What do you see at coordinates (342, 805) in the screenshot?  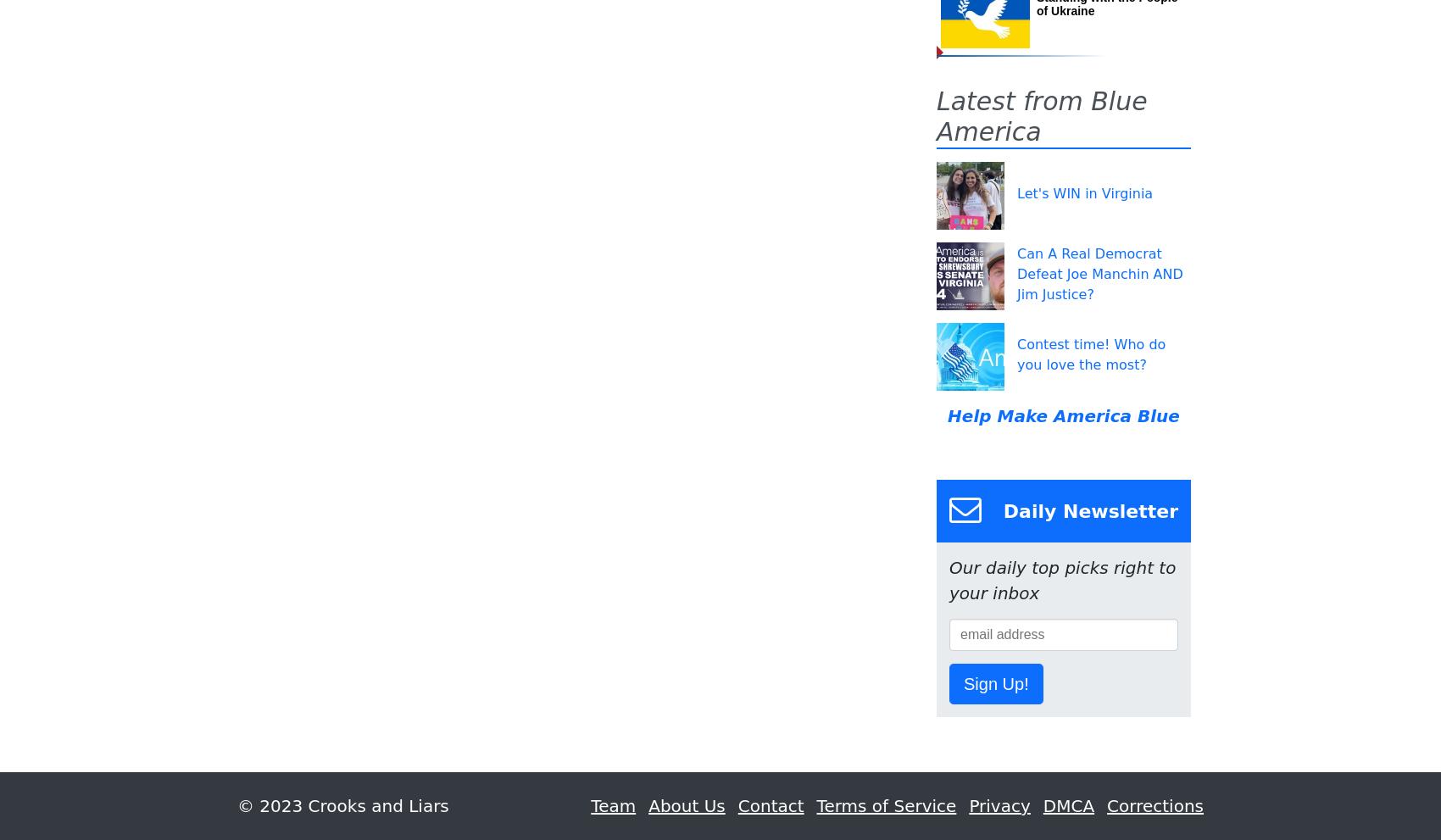 I see `'© 2023 Crooks and Liars'` at bounding box center [342, 805].